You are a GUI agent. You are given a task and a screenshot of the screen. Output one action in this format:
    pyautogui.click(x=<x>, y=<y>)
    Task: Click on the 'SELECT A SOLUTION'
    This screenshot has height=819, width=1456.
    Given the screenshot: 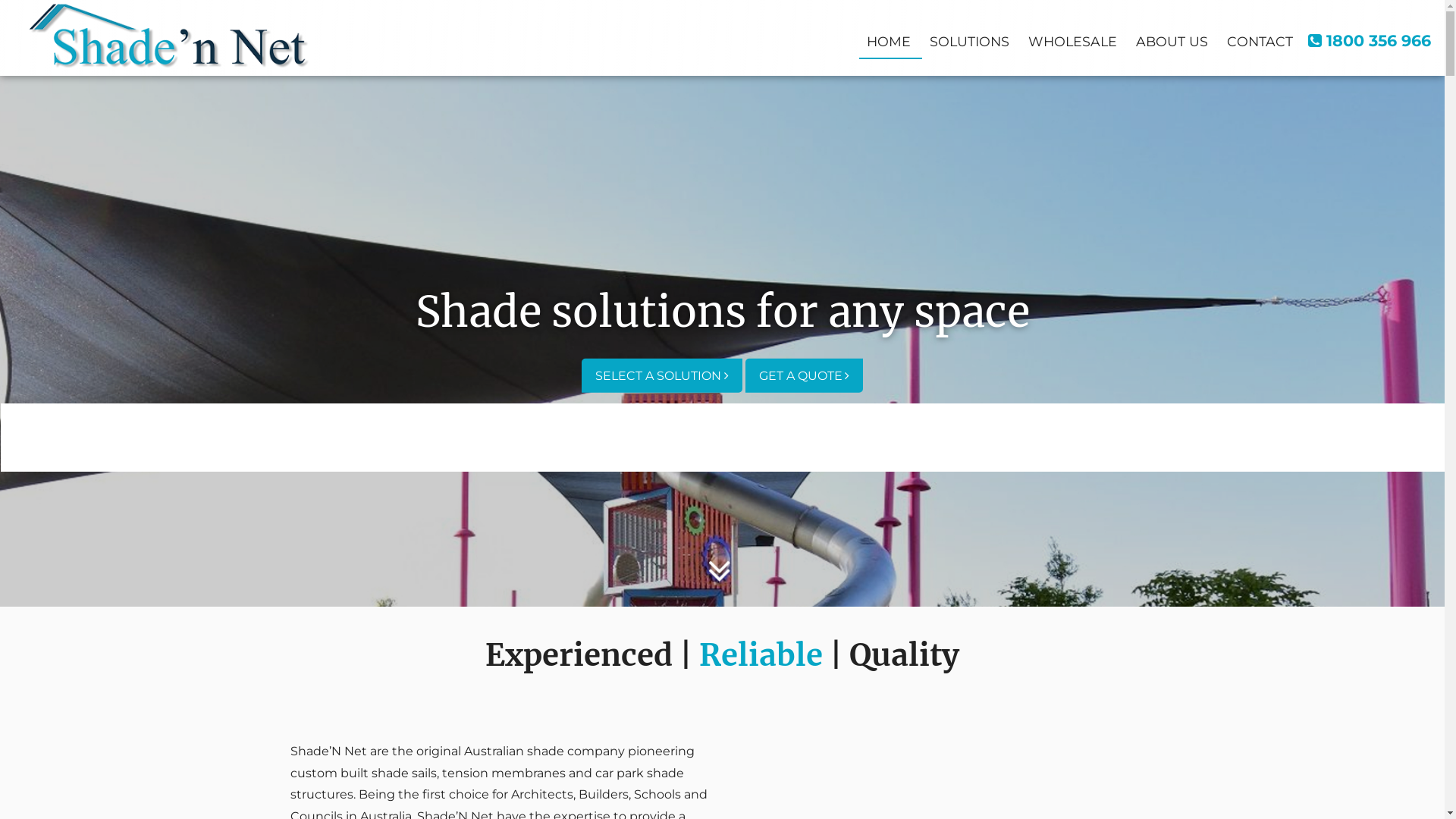 What is the action you would take?
    pyautogui.click(x=581, y=375)
    